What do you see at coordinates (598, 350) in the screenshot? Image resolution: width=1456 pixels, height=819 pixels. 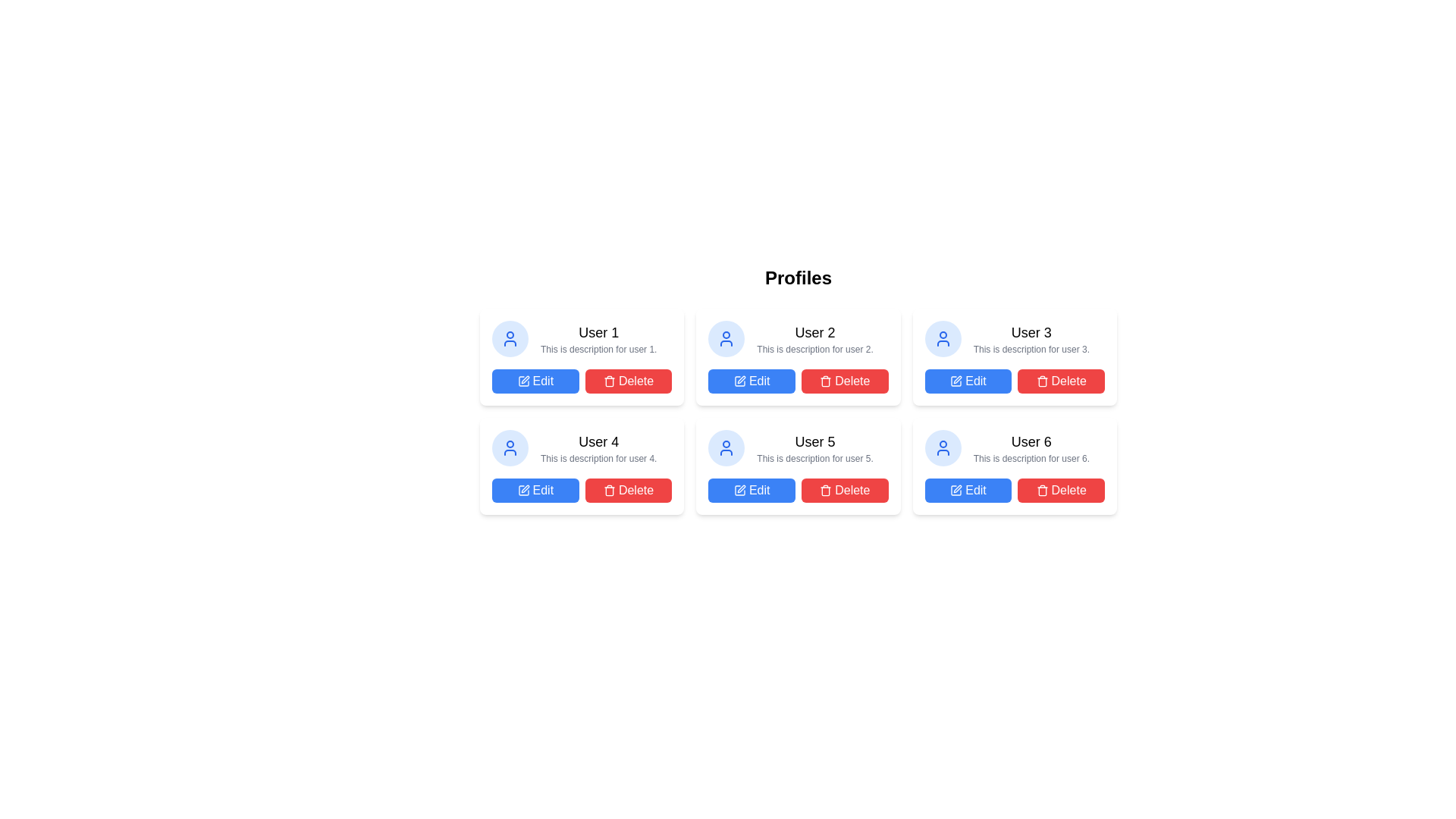 I see `the static text element reading 'This is description for user 1.' which is styled in a small gray font and located directly beneath 'User 1's name` at bounding box center [598, 350].